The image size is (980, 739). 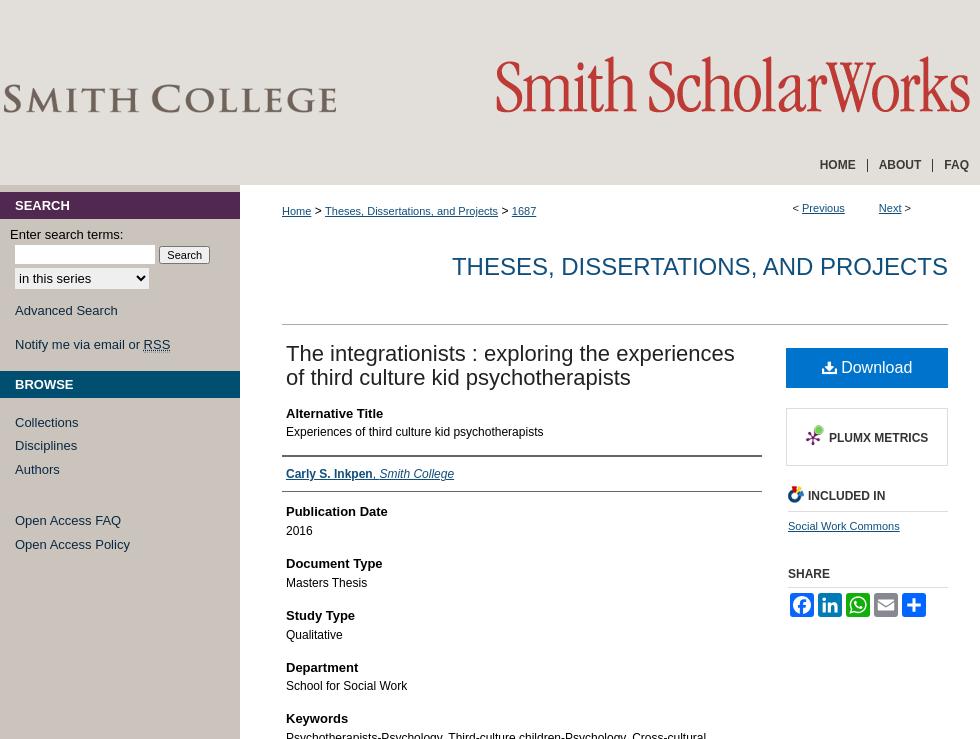 I want to click on 'Open Access Policy', so click(x=72, y=543).